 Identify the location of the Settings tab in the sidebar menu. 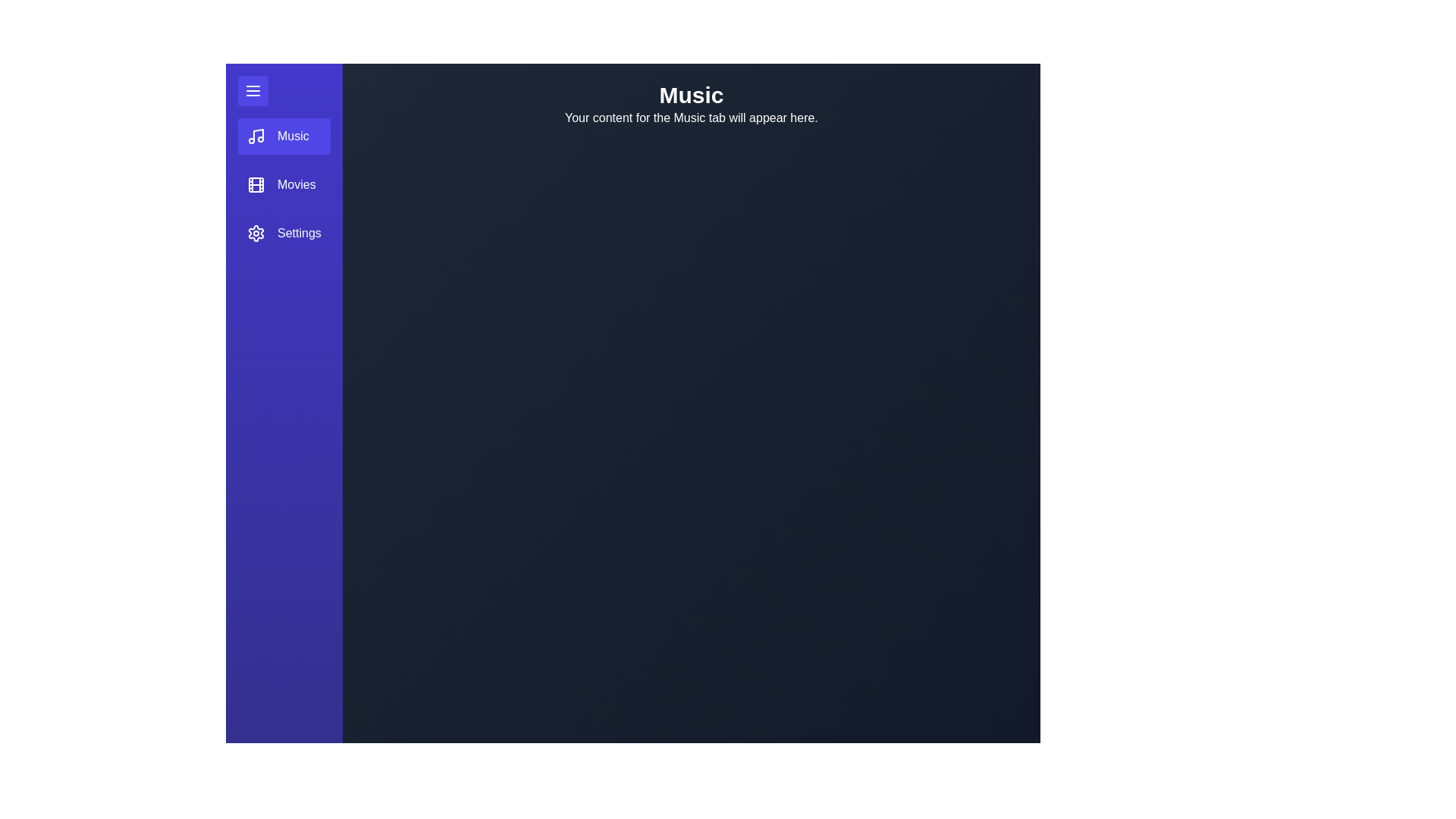
(284, 234).